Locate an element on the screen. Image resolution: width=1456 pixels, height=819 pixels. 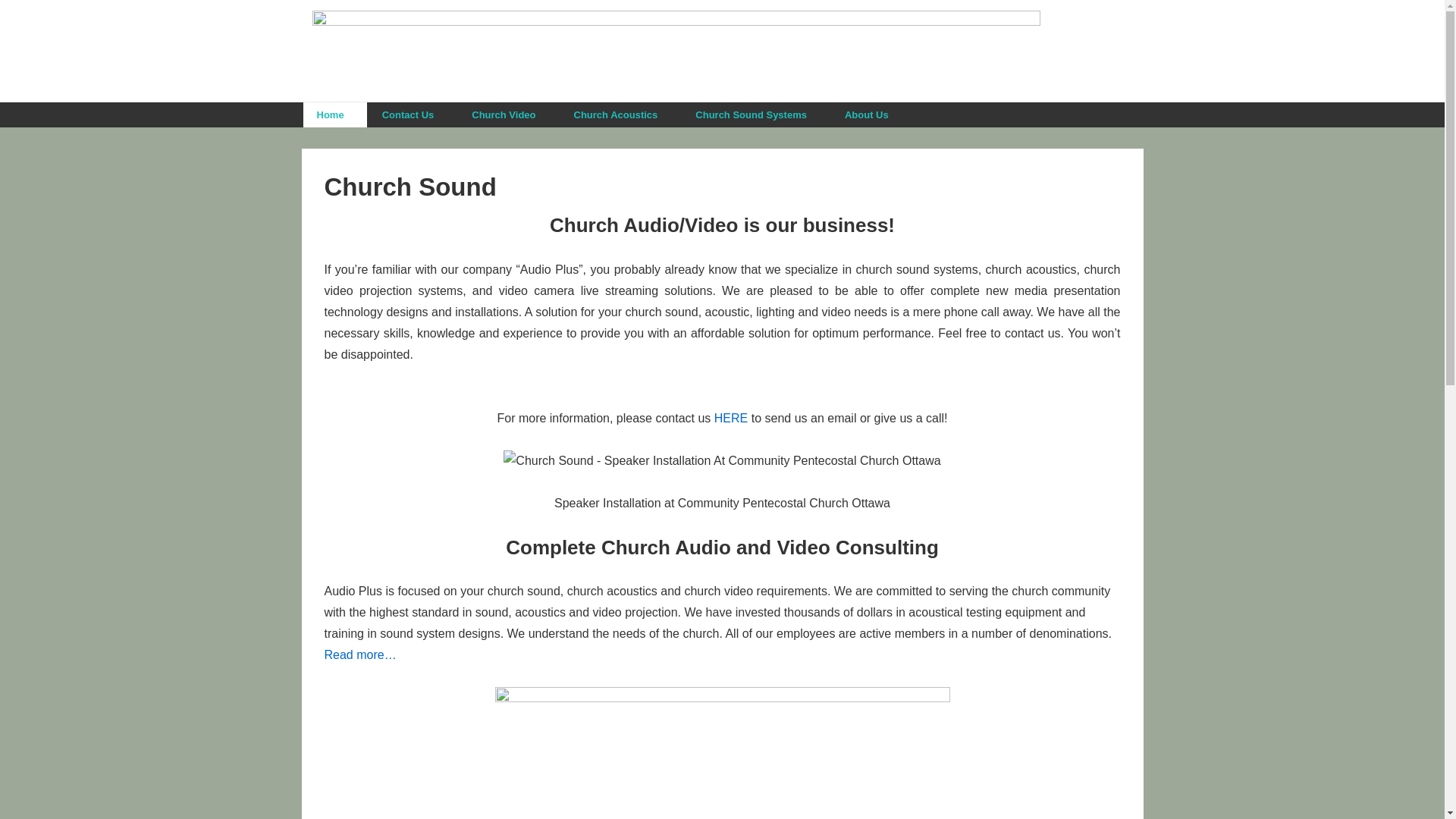
'Church Video' is located at coordinates (508, 114).